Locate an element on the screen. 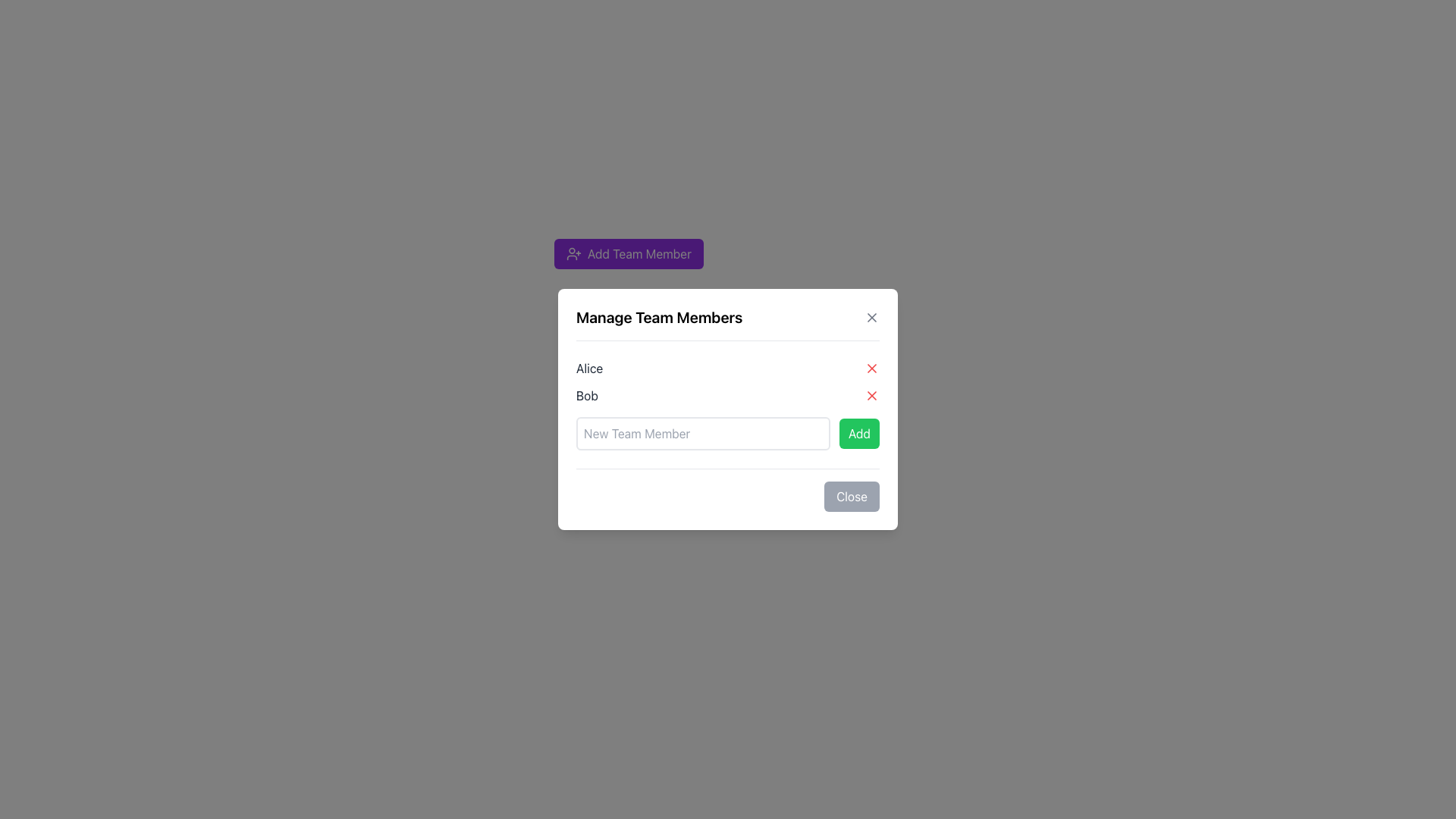 Image resolution: width=1456 pixels, height=819 pixels. the red 'X' icon button located to the far right of the row containing the name 'Bob' in the 'Manage Team Members' modal to change its color is located at coordinates (872, 394).